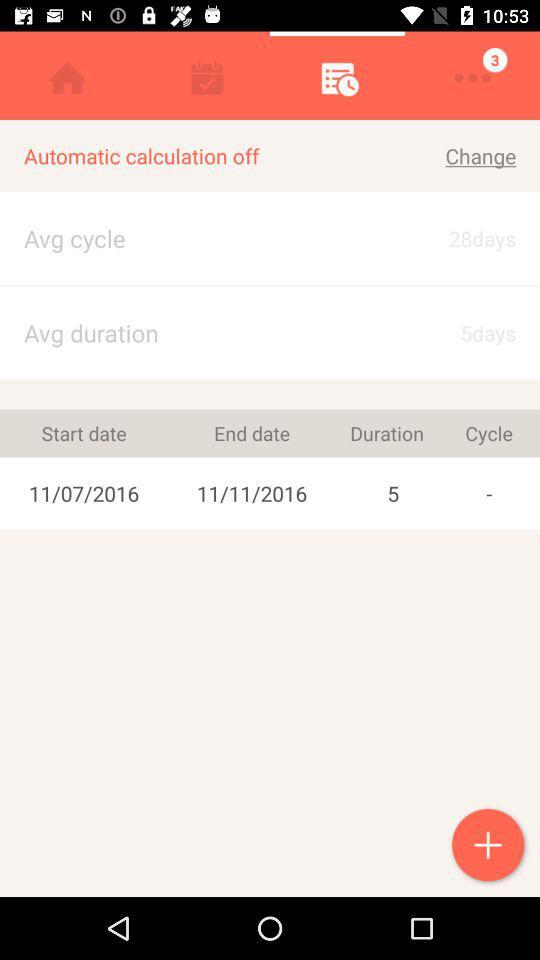 The image size is (540, 960). I want to click on 28days item, so click(463, 238).